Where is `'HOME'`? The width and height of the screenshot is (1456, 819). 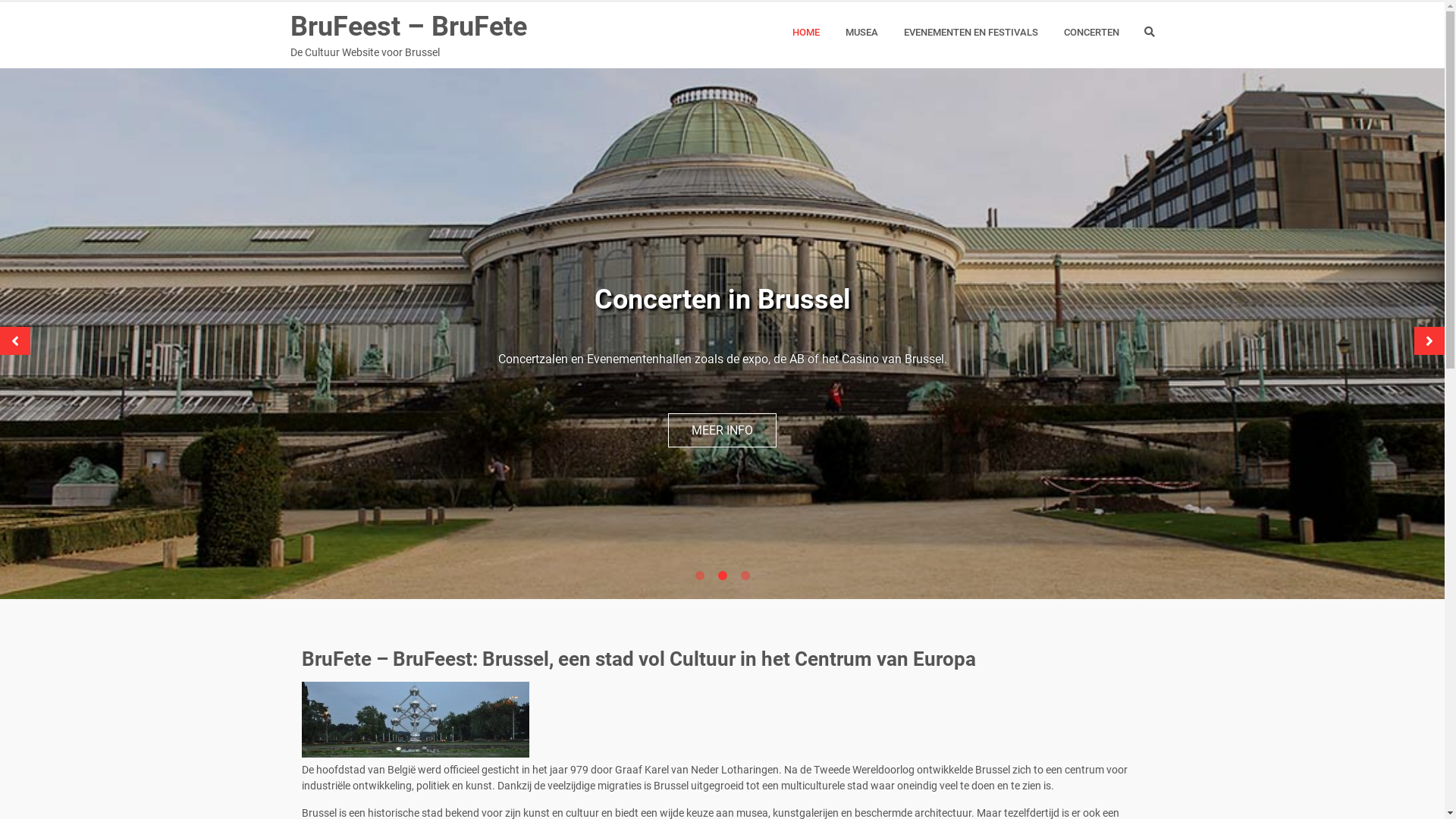
'HOME' is located at coordinates (804, 32).